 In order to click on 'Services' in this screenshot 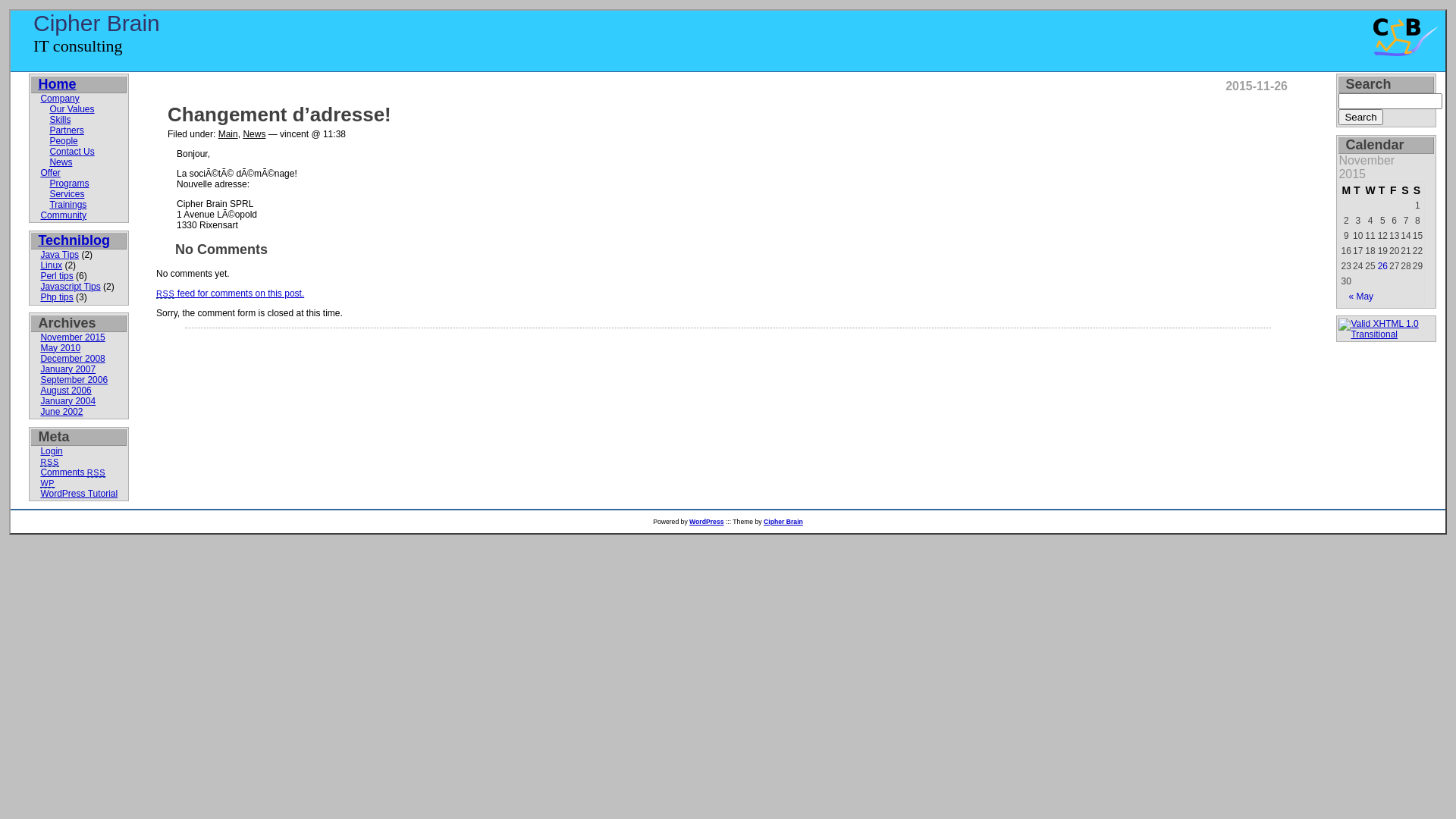, I will do `click(65, 193)`.